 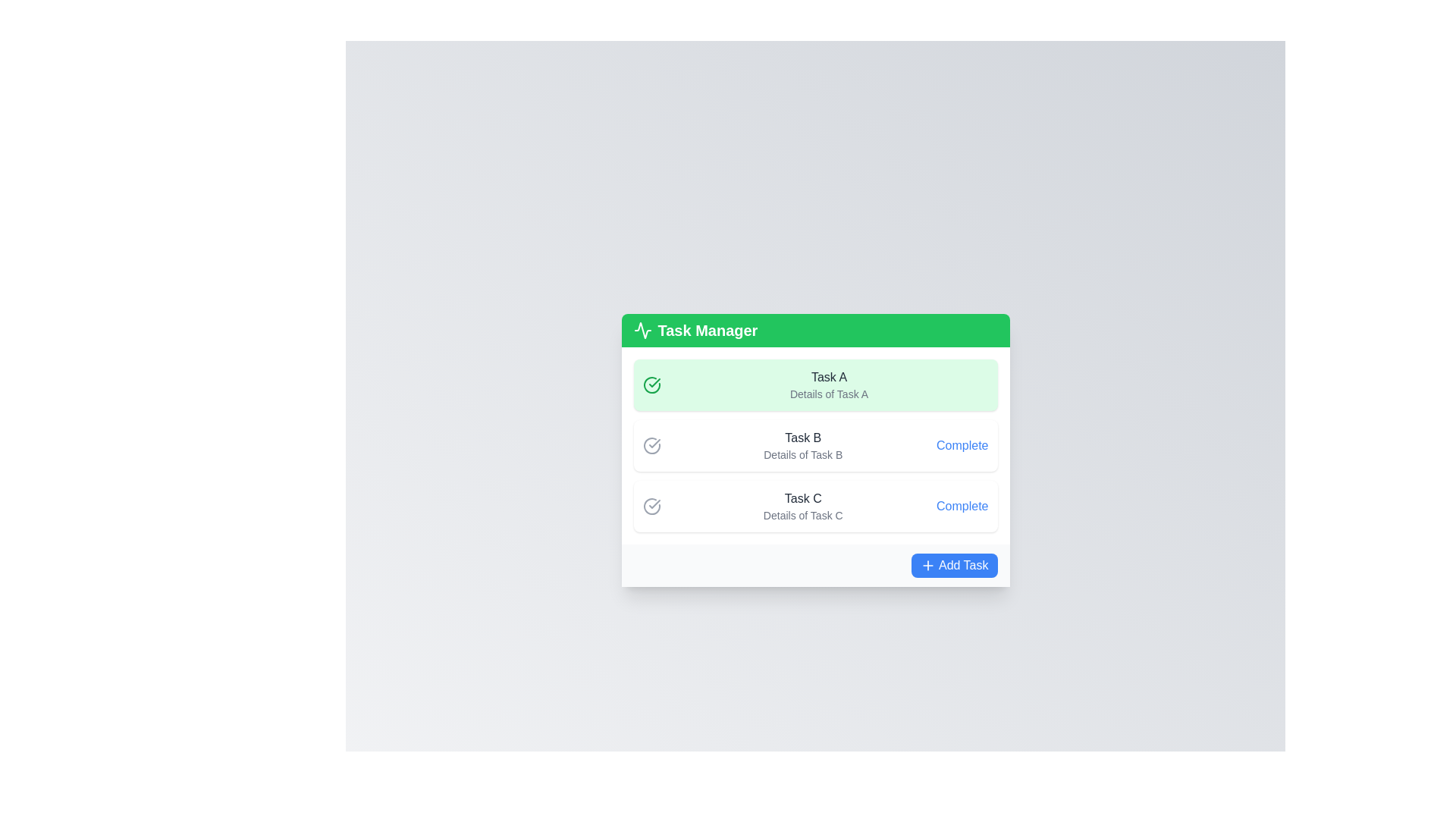 I want to click on details from the text label displaying 'Details of Task C', which is a small, grey-colored font located beneath the 'Task C' text in the task details block, so click(x=802, y=514).